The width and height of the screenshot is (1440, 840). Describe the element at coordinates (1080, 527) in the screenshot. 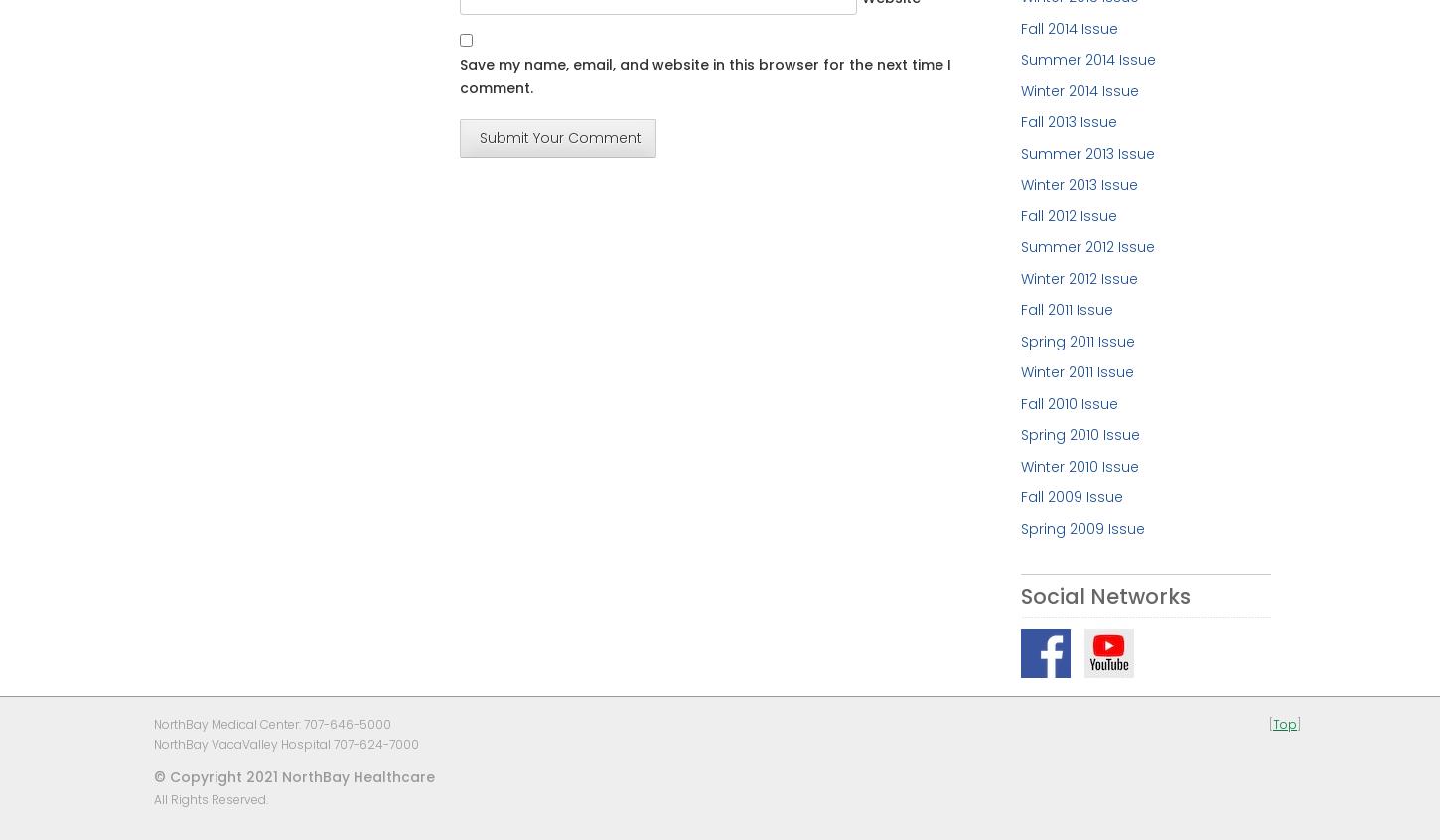

I see `'Spring 2009 Issue'` at that location.